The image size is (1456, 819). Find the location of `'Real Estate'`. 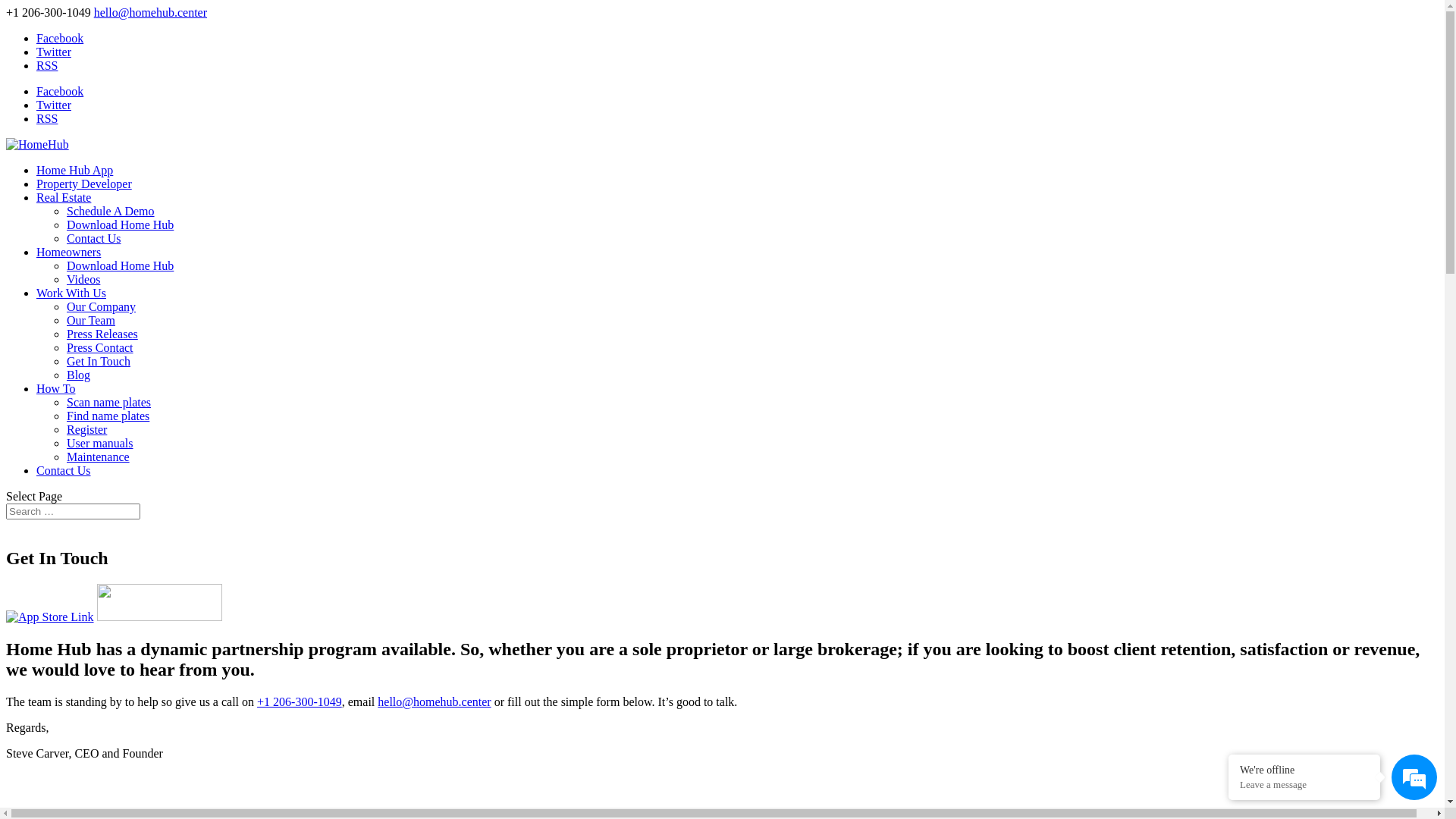

'Real Estate' is located at coordinates (62, 196).